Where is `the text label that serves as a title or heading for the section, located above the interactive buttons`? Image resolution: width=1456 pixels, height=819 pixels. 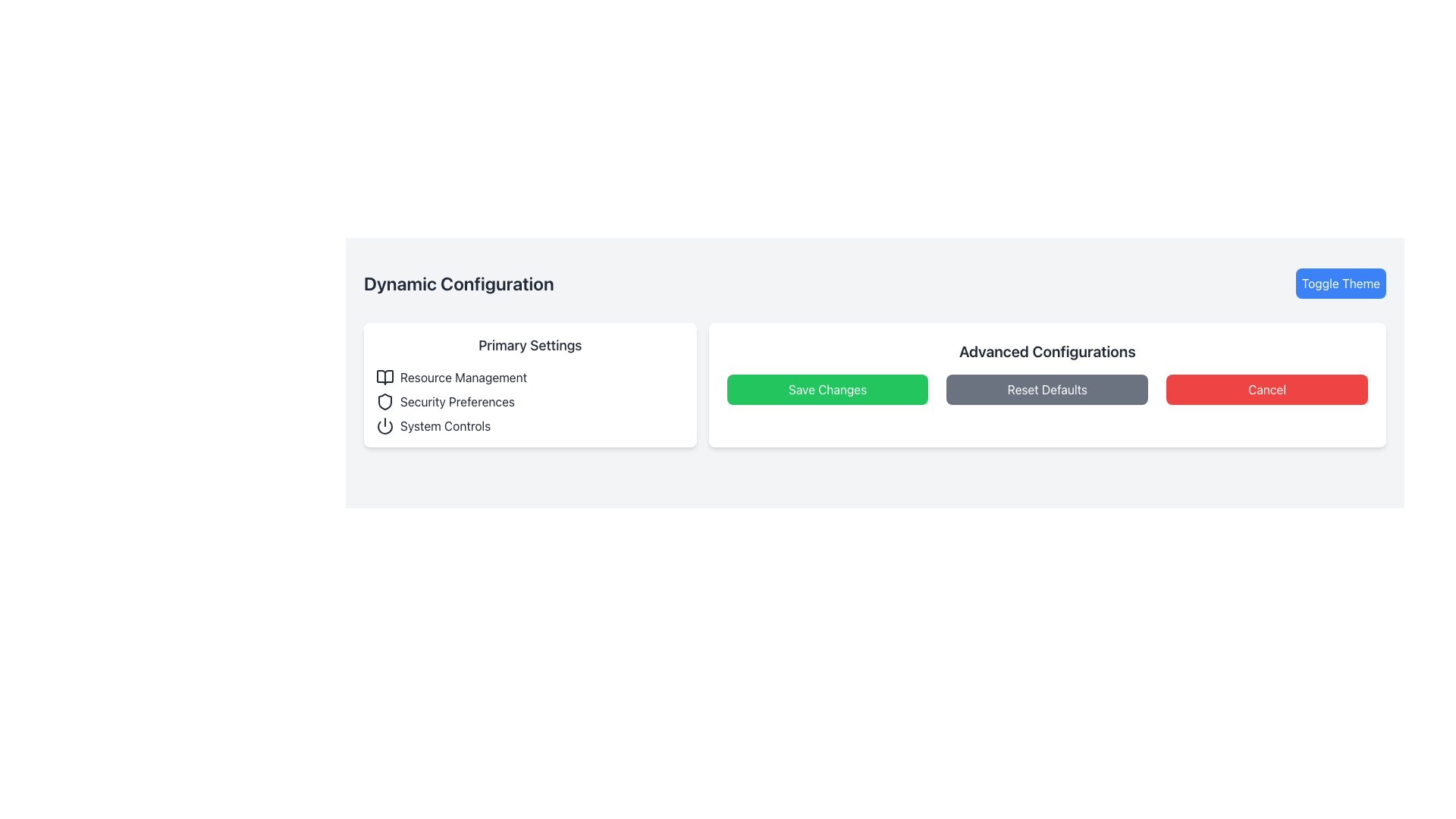 the text label that serves as a title or heading for the section, located above the interactive buttons is located at coordinates (1046, 351).